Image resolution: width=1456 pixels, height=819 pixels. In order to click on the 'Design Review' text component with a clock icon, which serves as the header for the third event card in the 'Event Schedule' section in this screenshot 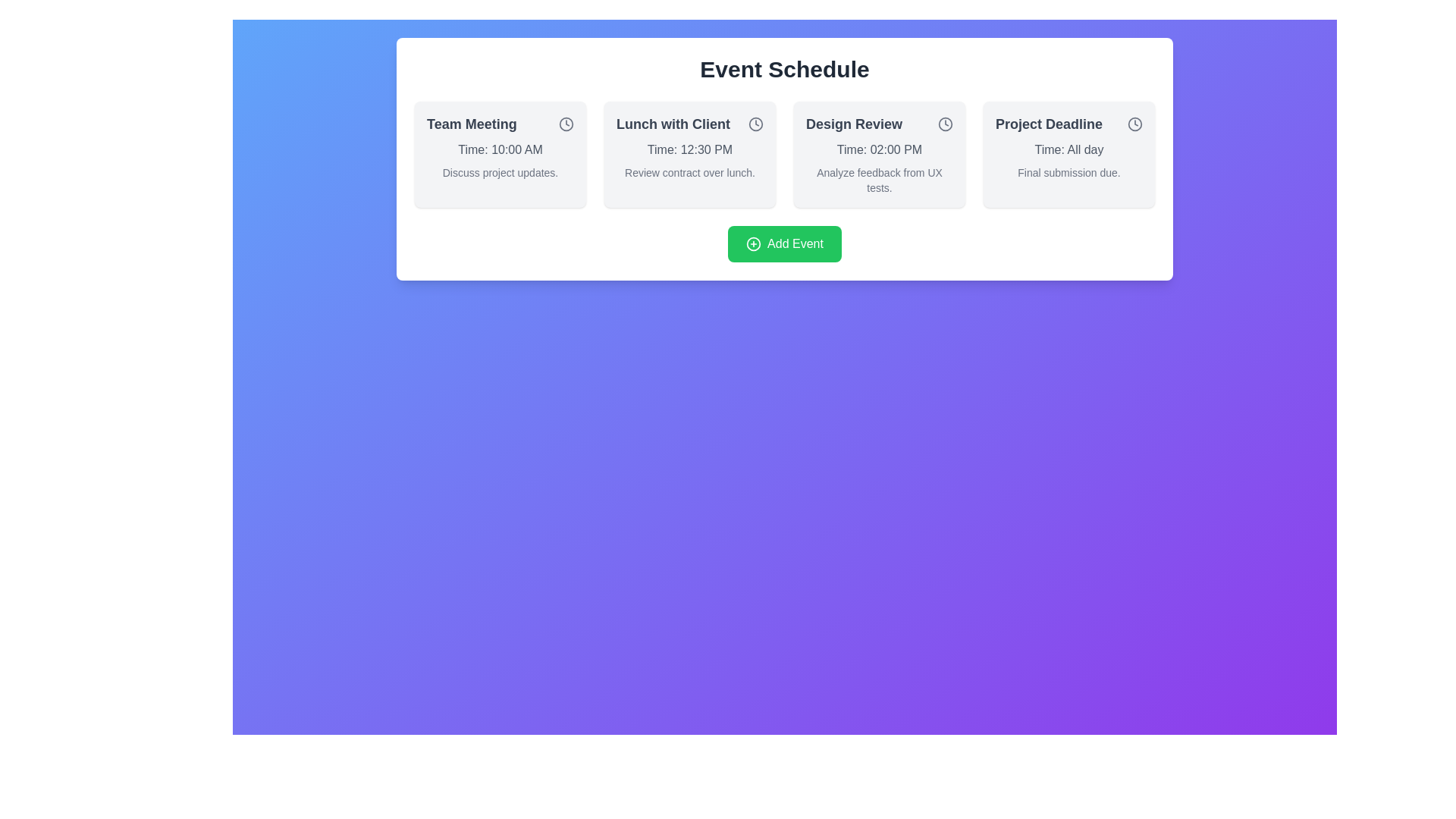, I will do `click(880, 124)`.